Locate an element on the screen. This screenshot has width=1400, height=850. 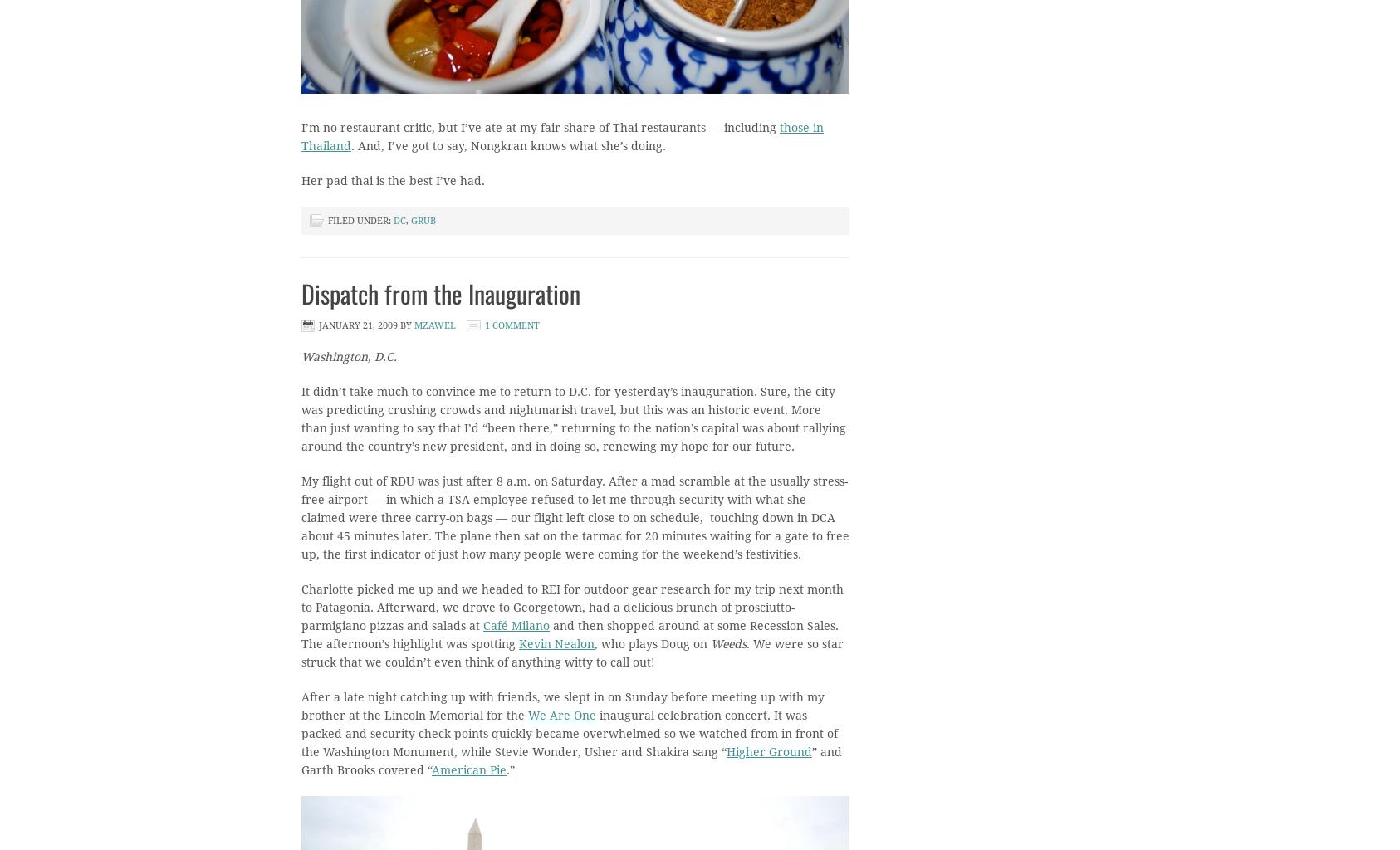
'Kevin Nealon' is located at coordinates (556, 643).